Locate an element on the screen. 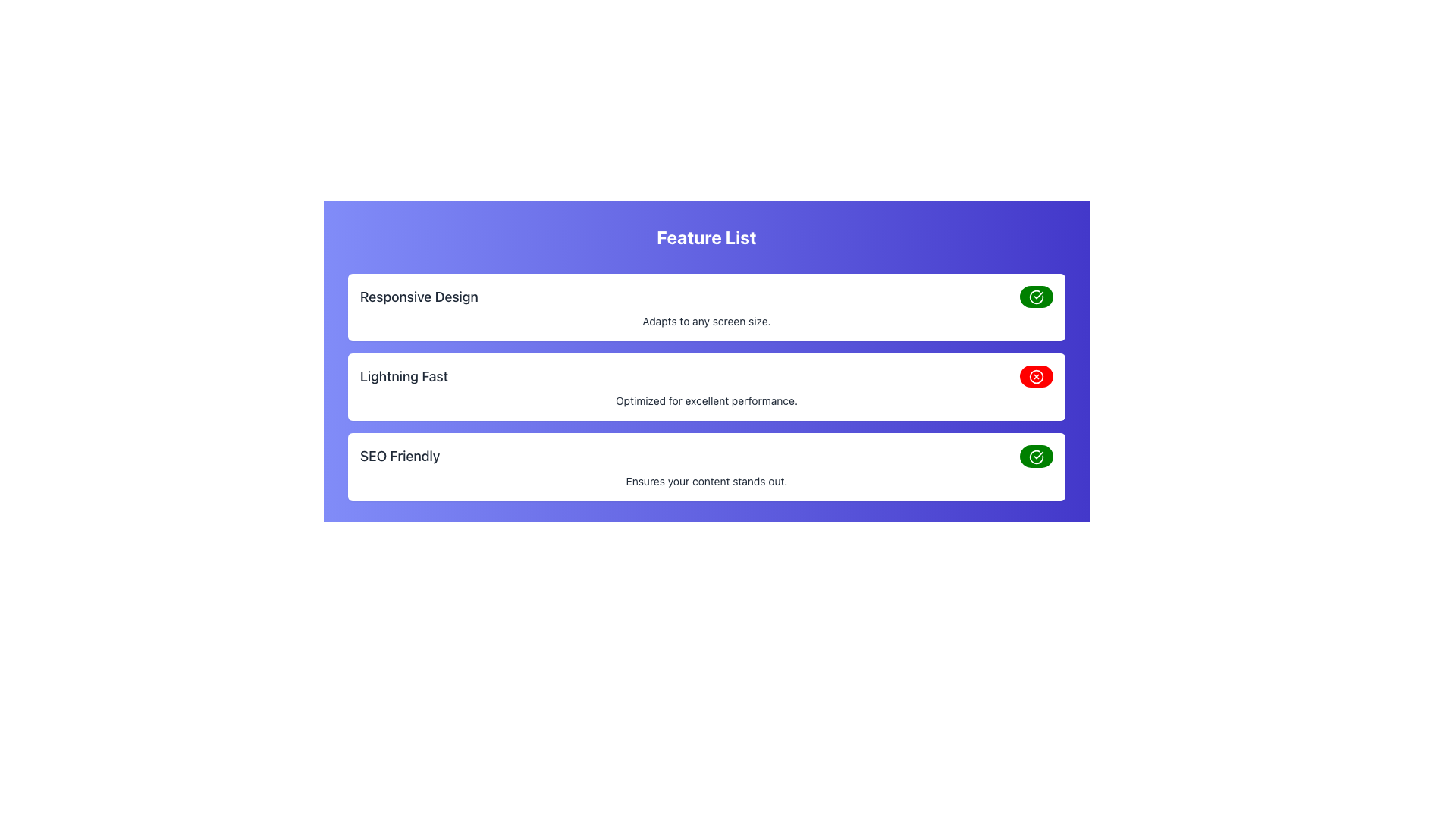 This screenshot has height=819, width=1456. the status represented by the red circular icon with a white cross inside, indicating a negative or inactive status, located next to the text 'Lightning Fast.' is located at coordinates (1036, 376).